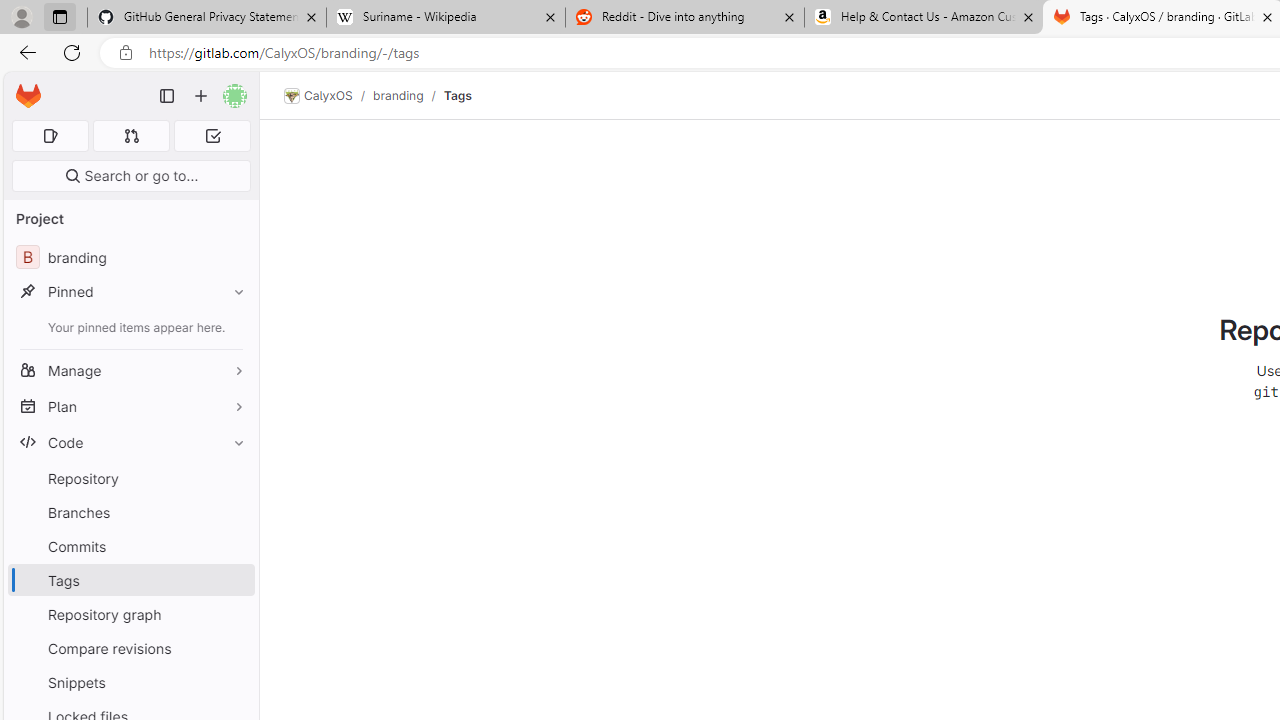 This screenshot has height=720, width=1280. What do you see at coordinates (684, 17) in the screenshot?
I see `'Reddit - Dive into anything'` at bounding box center [684, 17].